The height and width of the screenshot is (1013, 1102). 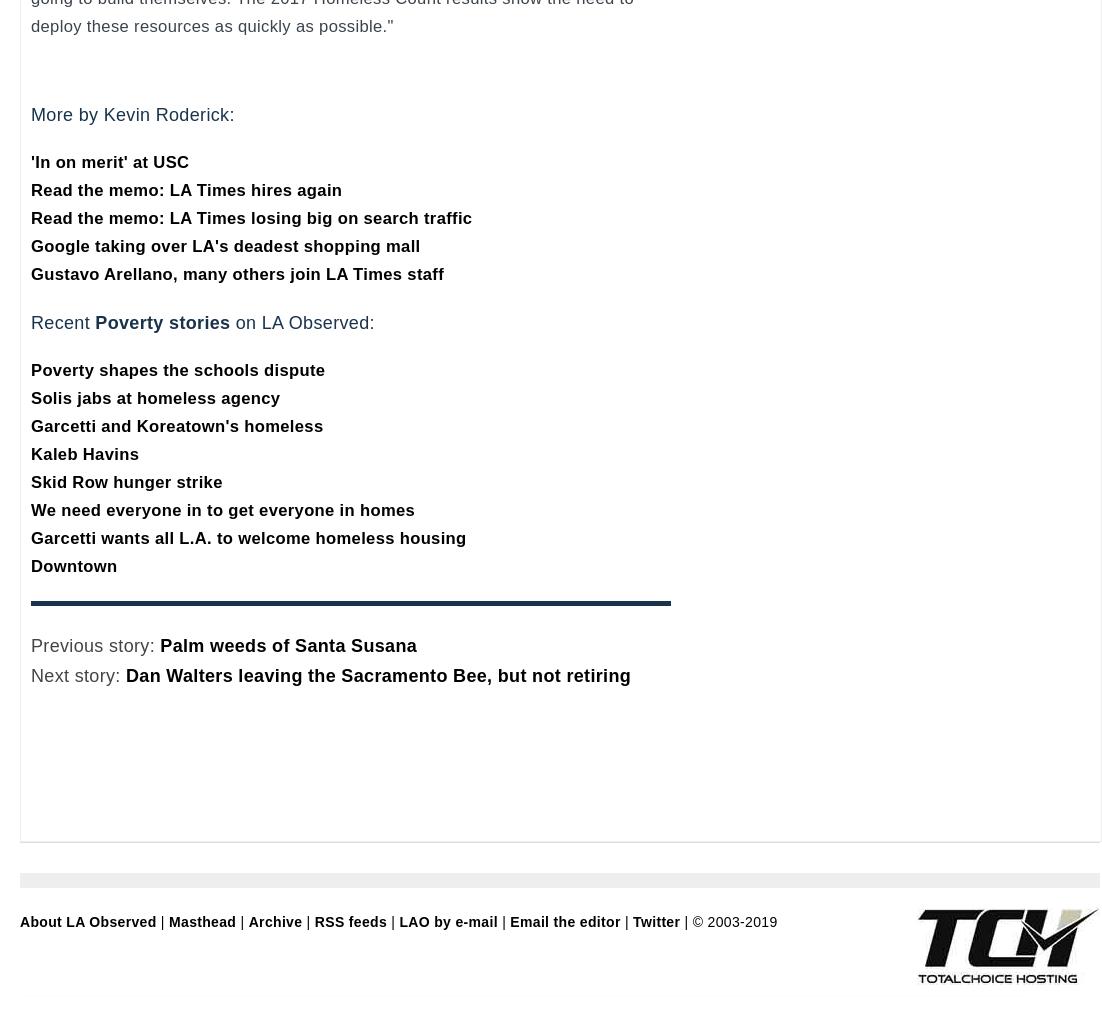 What do you see at coordinates (224, 245) in the screenshot?
I see `'Google taking over LA's deadest shopping mall'` at bounding box center [224, 245].